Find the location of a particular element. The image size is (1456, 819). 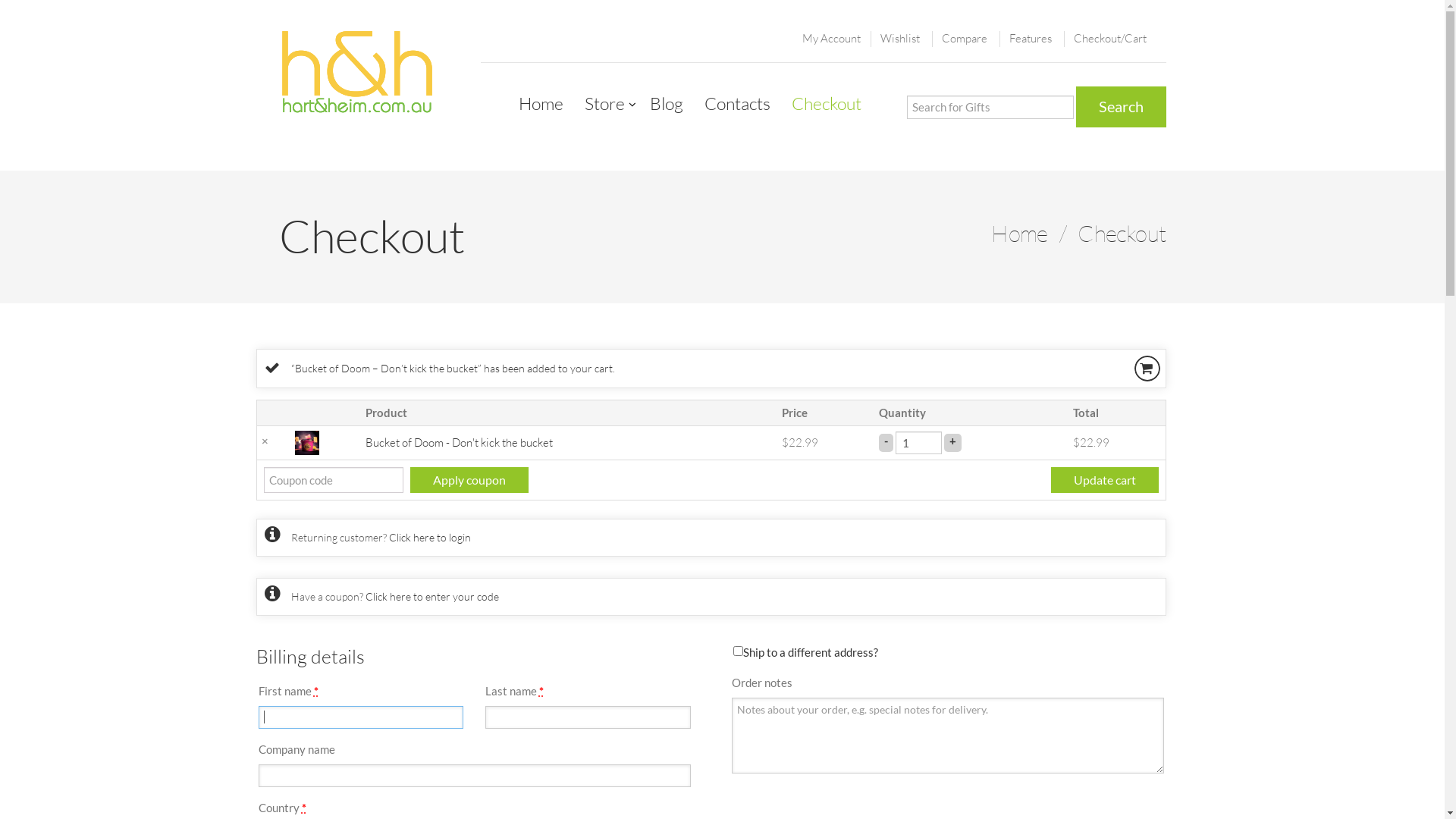

'Qty' is located at coordinates (918, 441).